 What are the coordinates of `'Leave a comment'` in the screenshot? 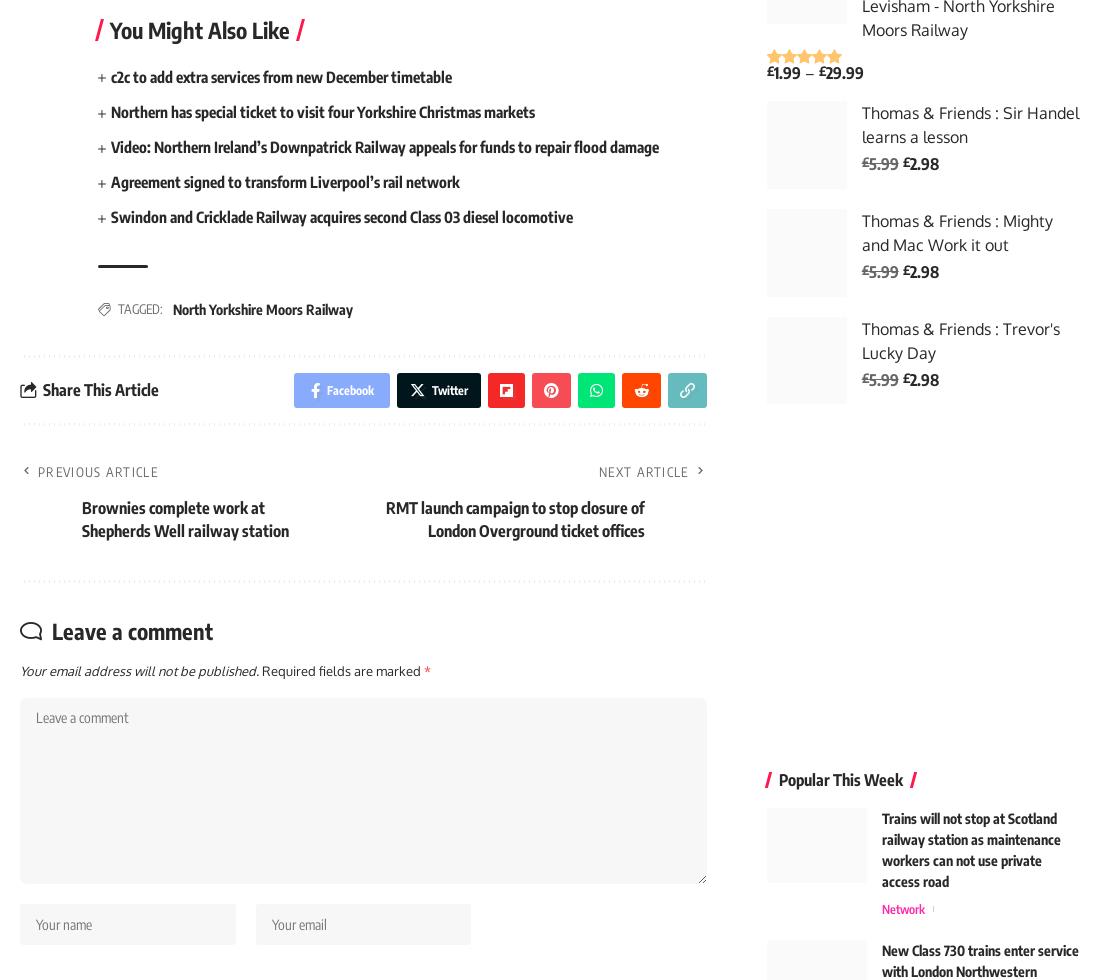 It's located at (132, 641).